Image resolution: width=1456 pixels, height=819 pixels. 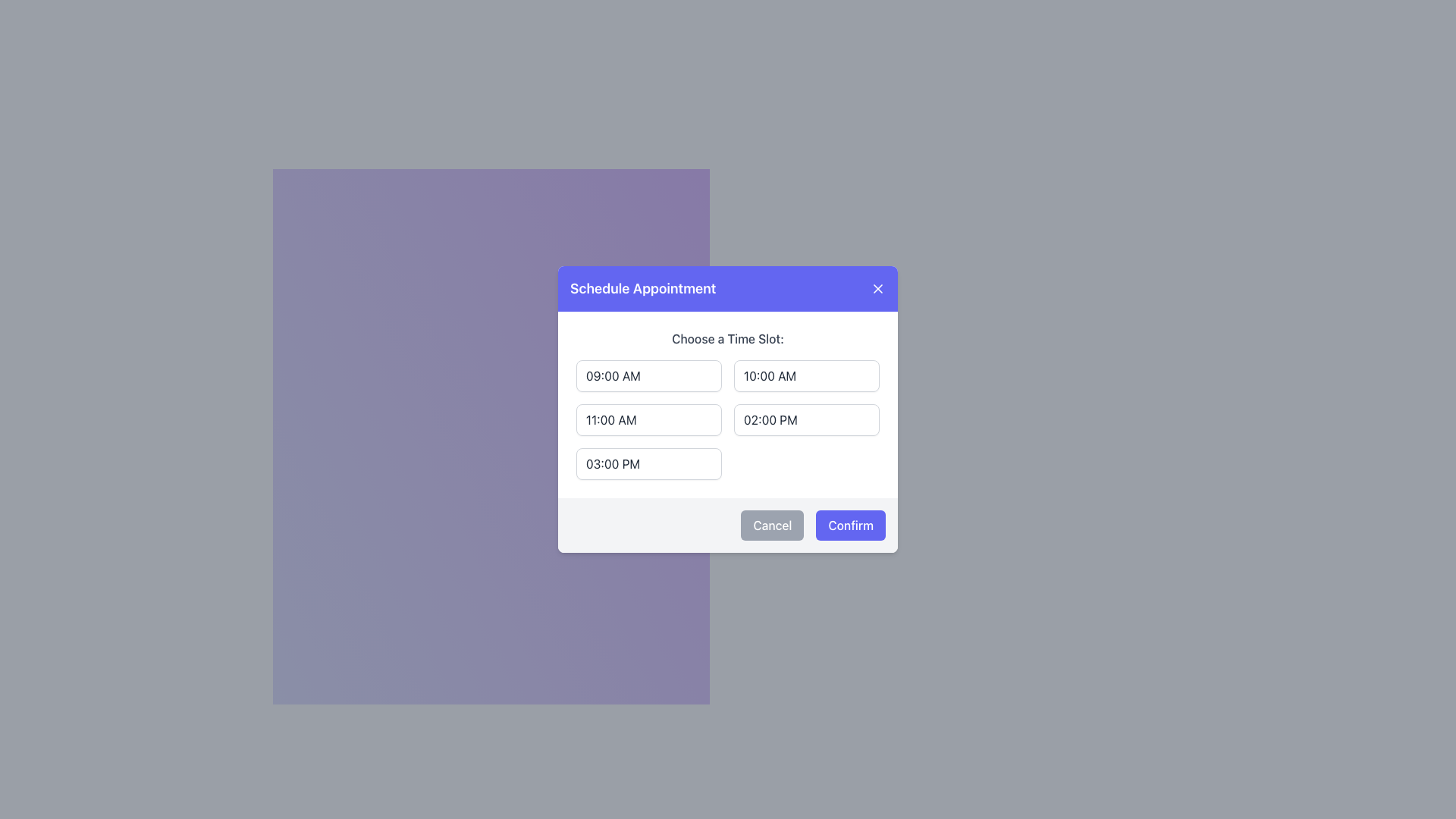 What do you see at coordinates (648, 375) in the screenshot?
I see `the button for the 09:00 AM time slot in the 'Schedule Appointment' dialog box` at bounding box center [648, 375].